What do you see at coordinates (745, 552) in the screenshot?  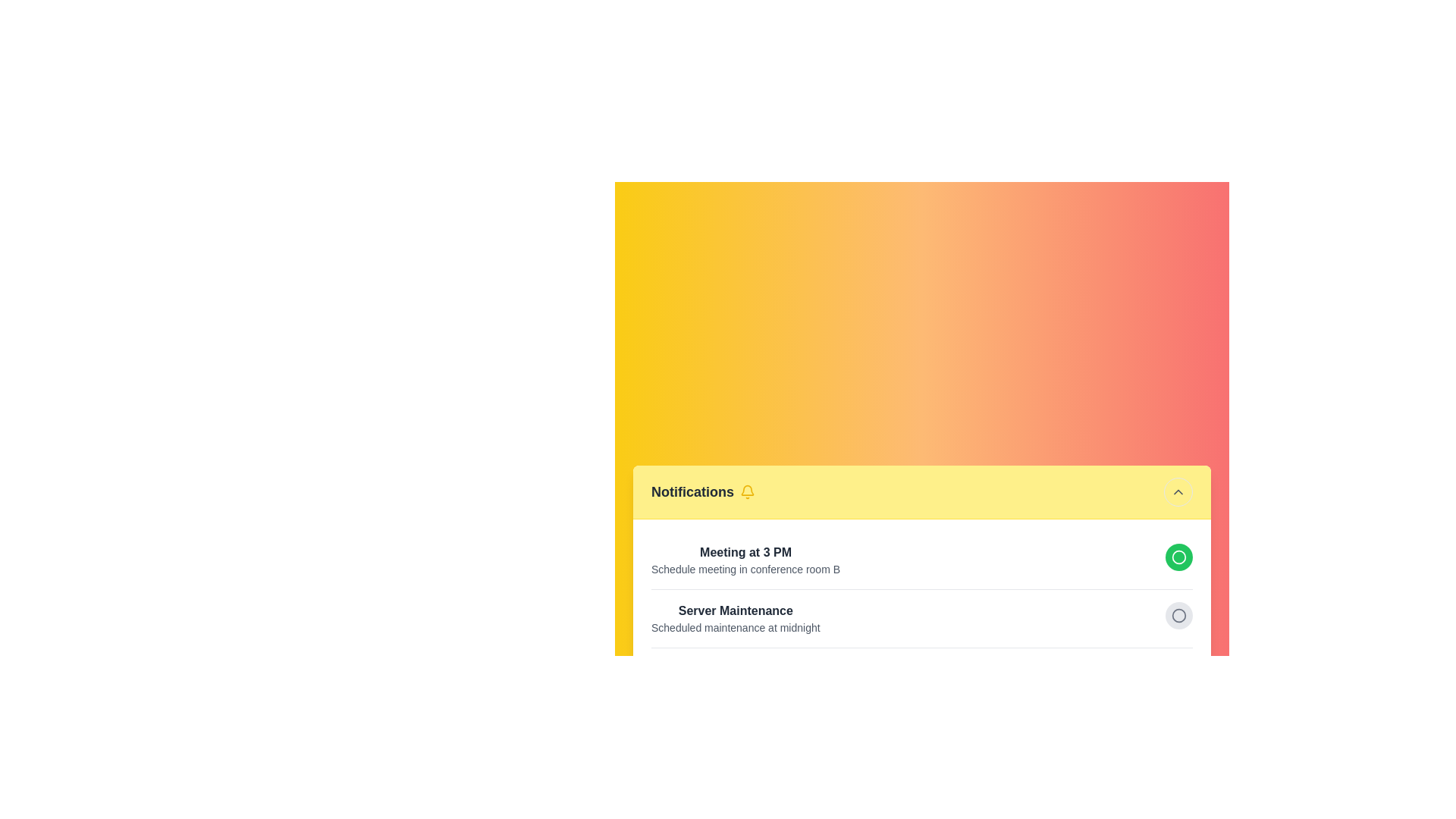 I see `and copy the text label indicating a meeting event scheduled at '3 PM', which serves as a summary or title of the event` at bounding box center [745, 552].